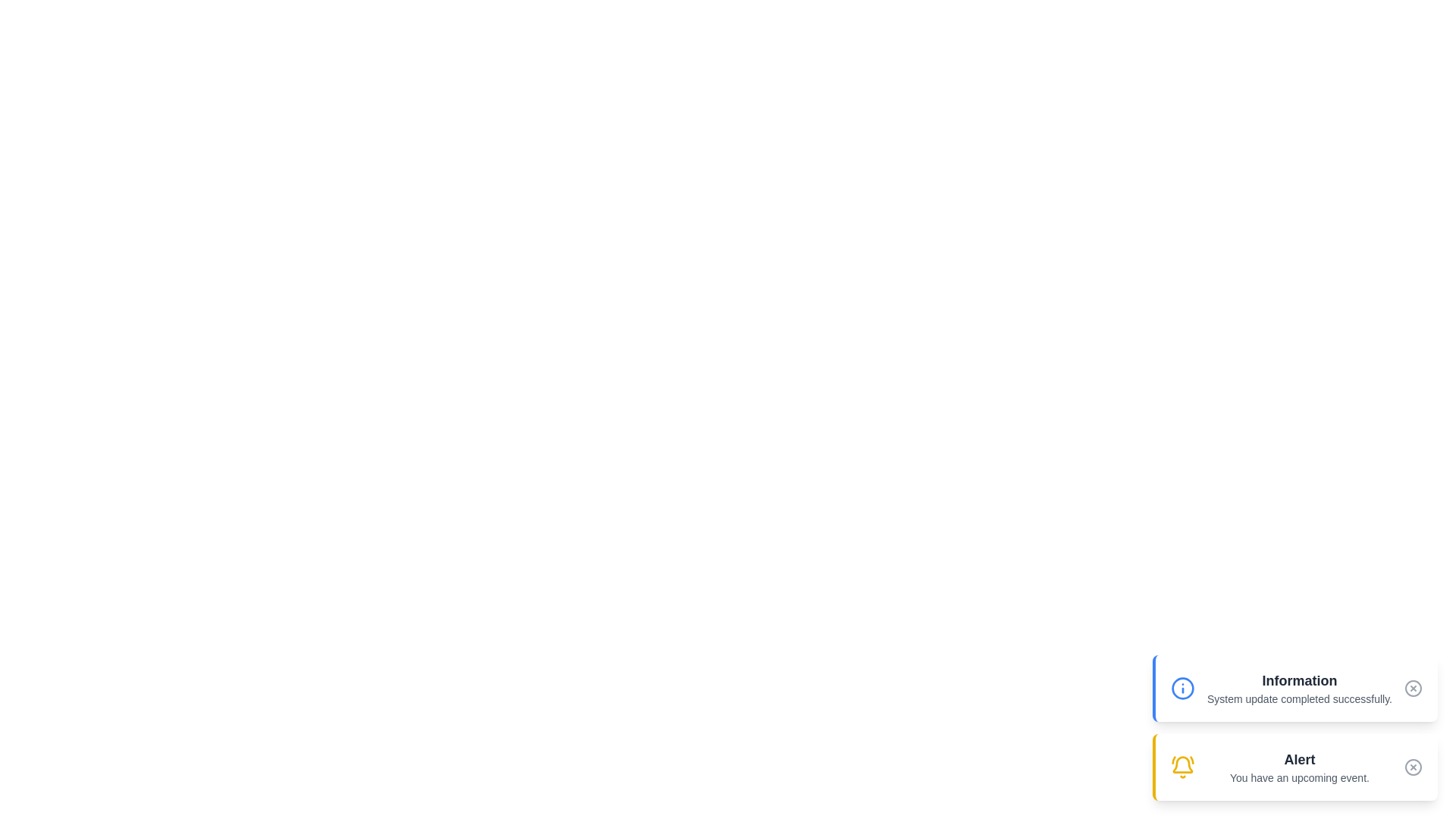  Describe the element at coordinates (1182, 688) in the screenshot. I see `the icon of the notification titled 'Information'` at that location.